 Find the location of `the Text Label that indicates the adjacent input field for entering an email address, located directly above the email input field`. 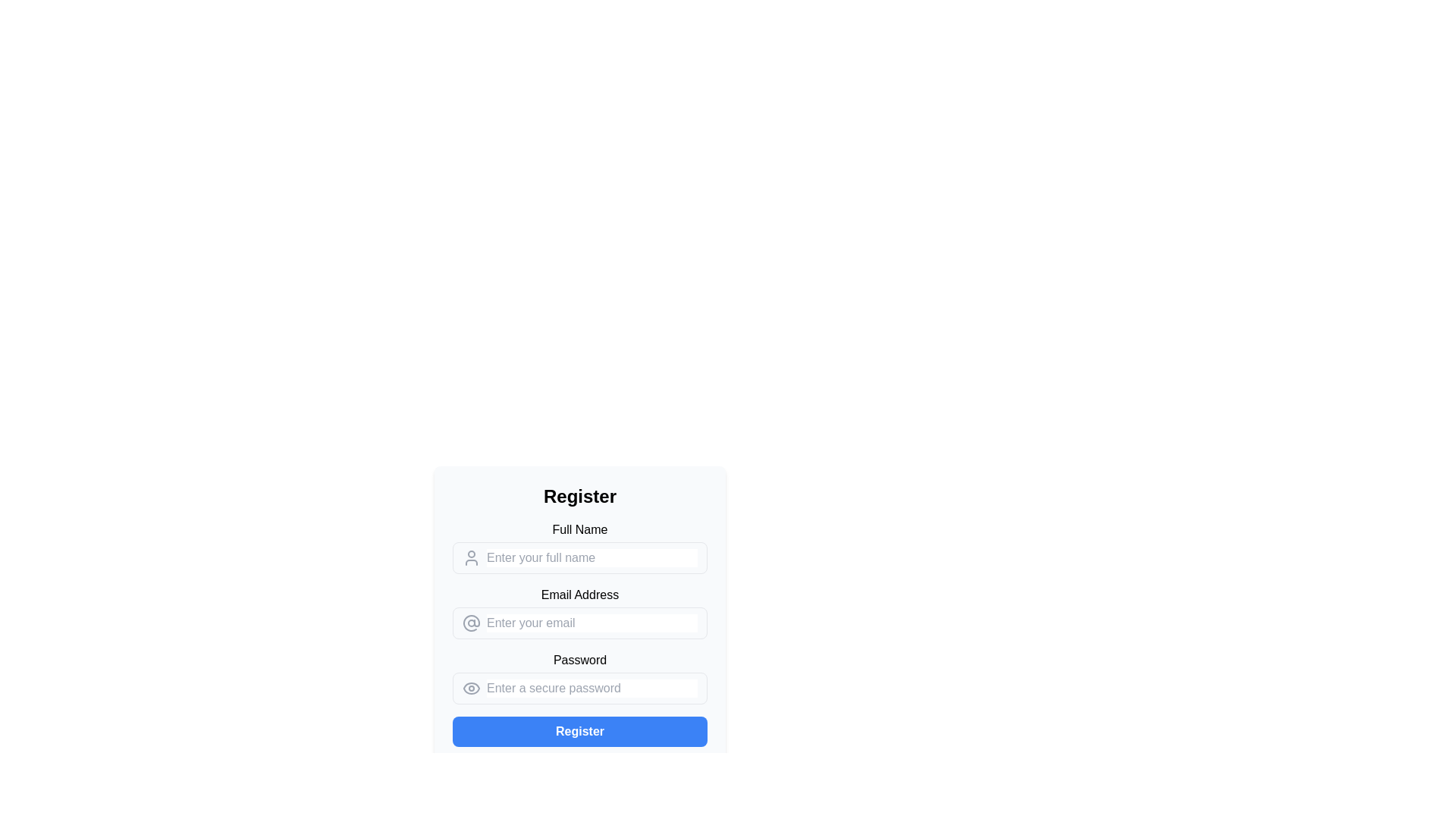

the Text Label that indicates the adjacent input field for entering an email address, located directly above the email input field is located at coordinates (579, 595).